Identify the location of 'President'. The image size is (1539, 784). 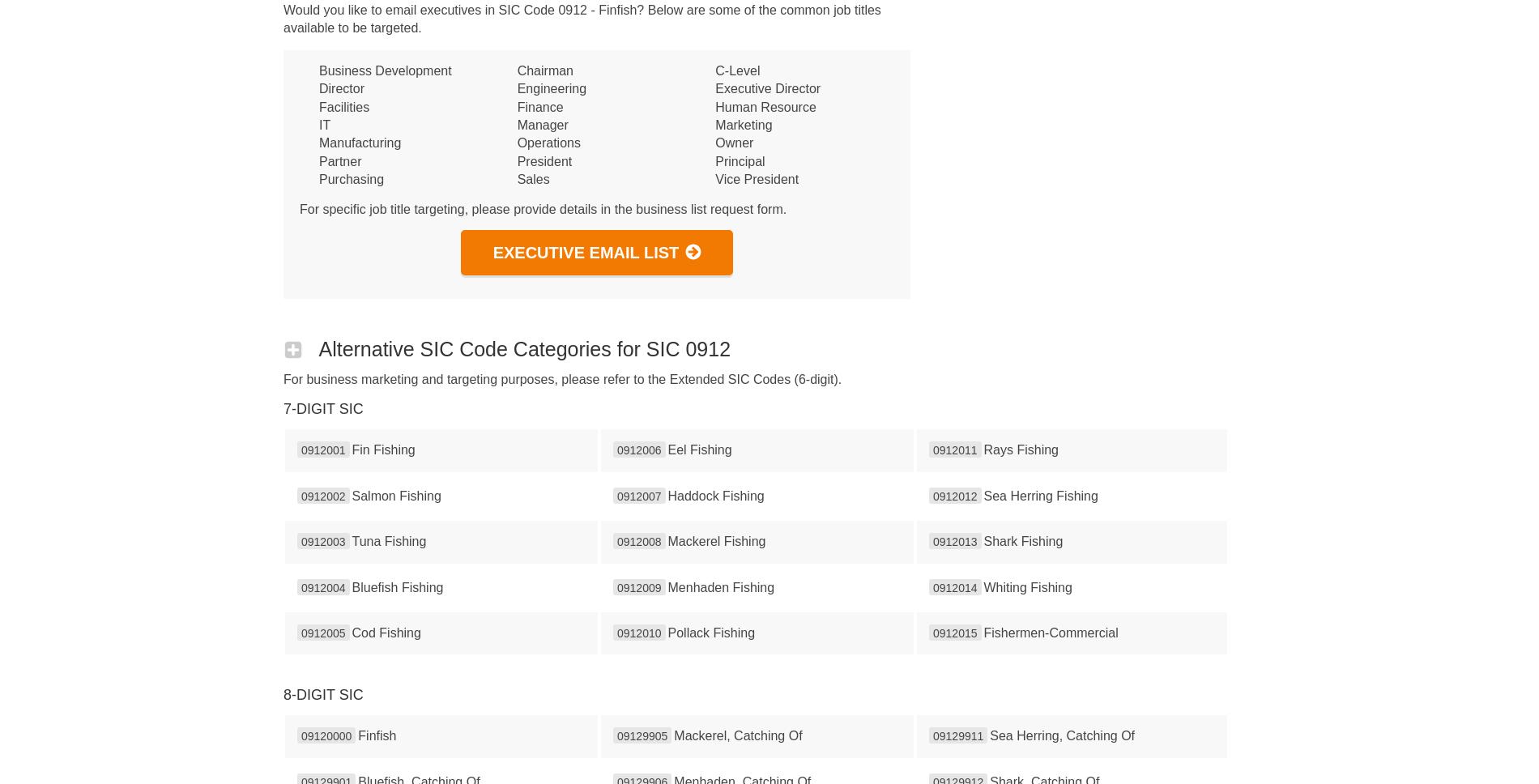
(544, 160).